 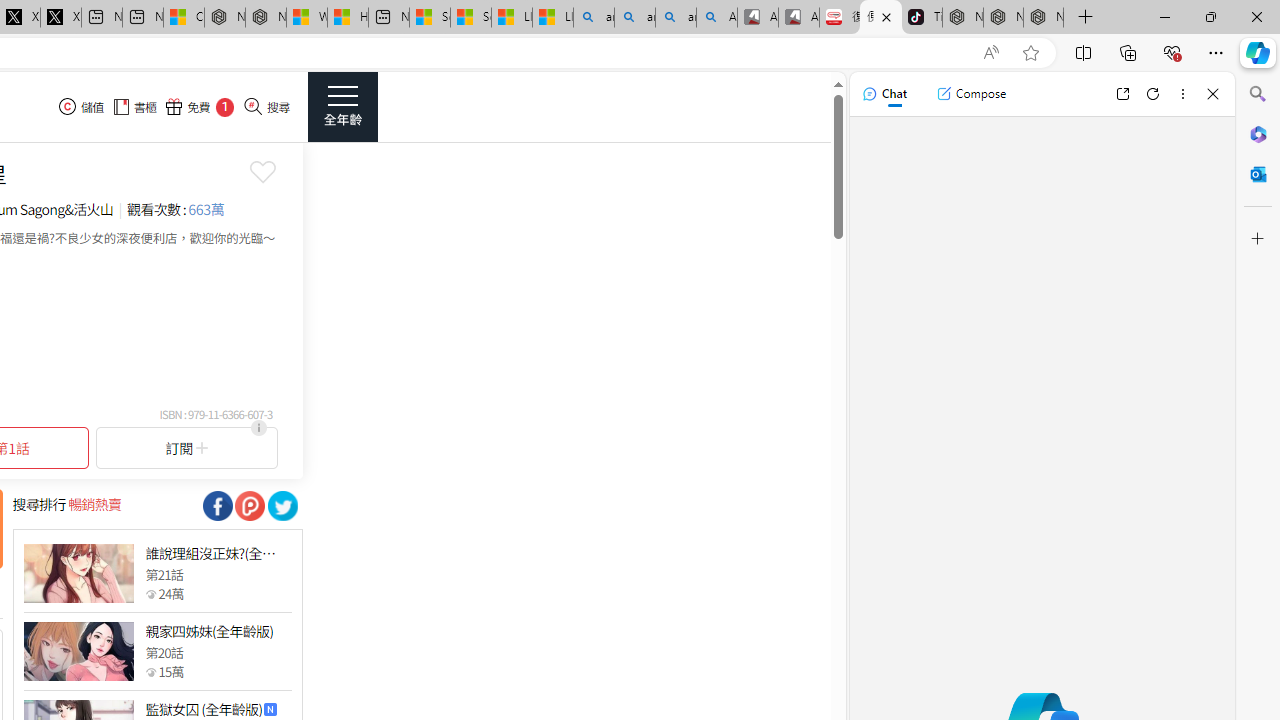 What do you see at coordinates (971, 93) in the screenshot?
I see `'Compose'` at bounding box center [971, 93].